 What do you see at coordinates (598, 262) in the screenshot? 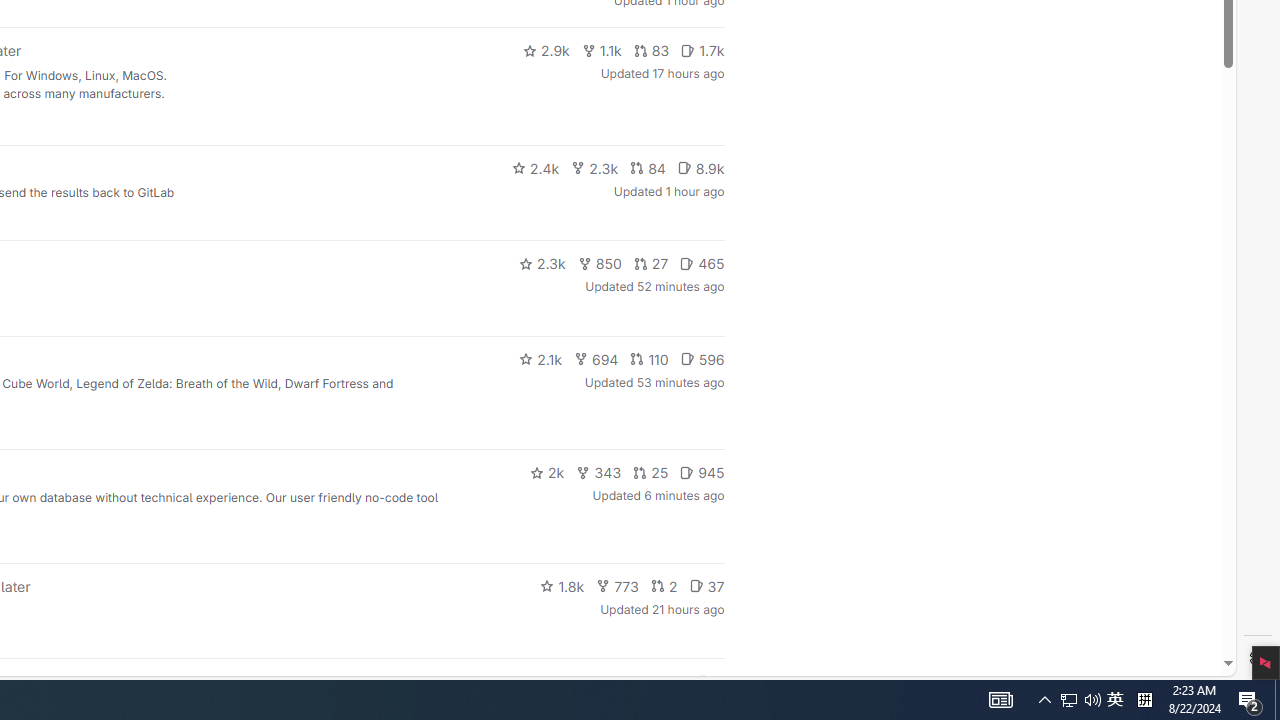
I see `'850'` at bounding box center [598, 262].